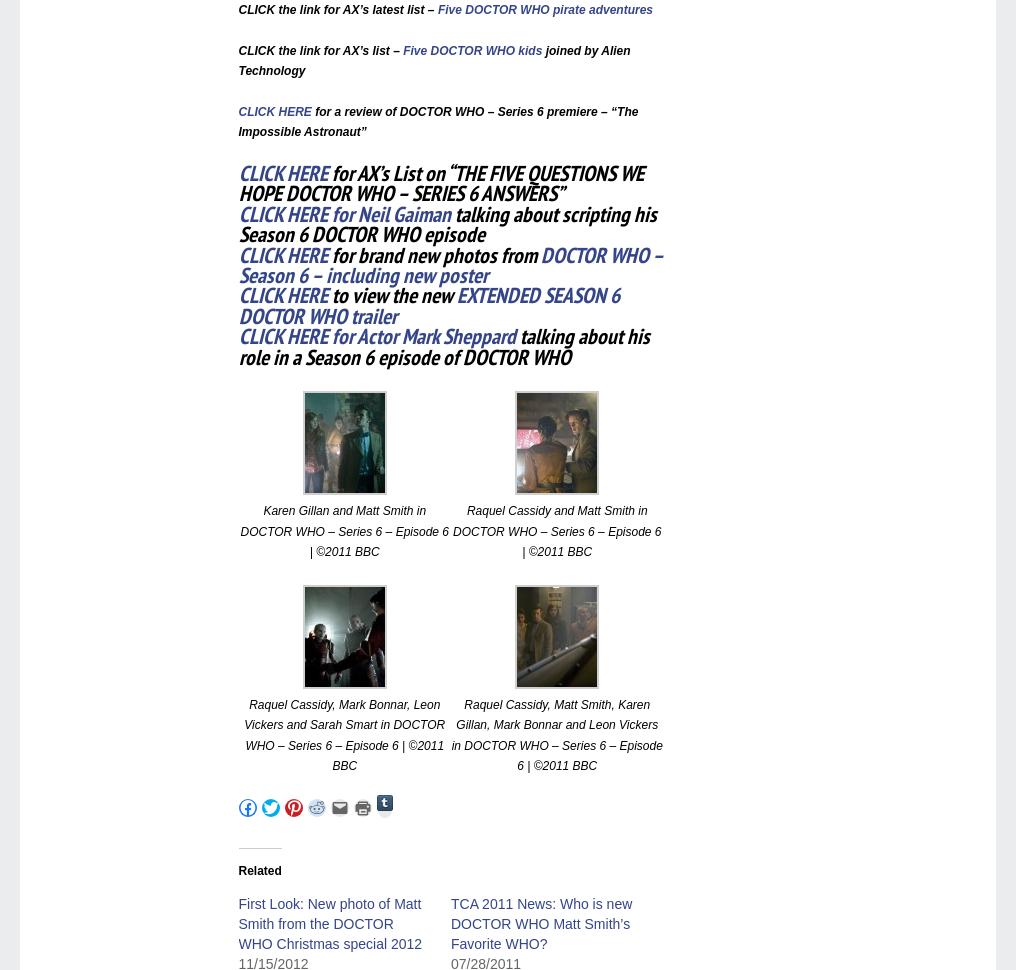  I want to click on 'Five DOCTOR WHO kids', so click(472, 48).